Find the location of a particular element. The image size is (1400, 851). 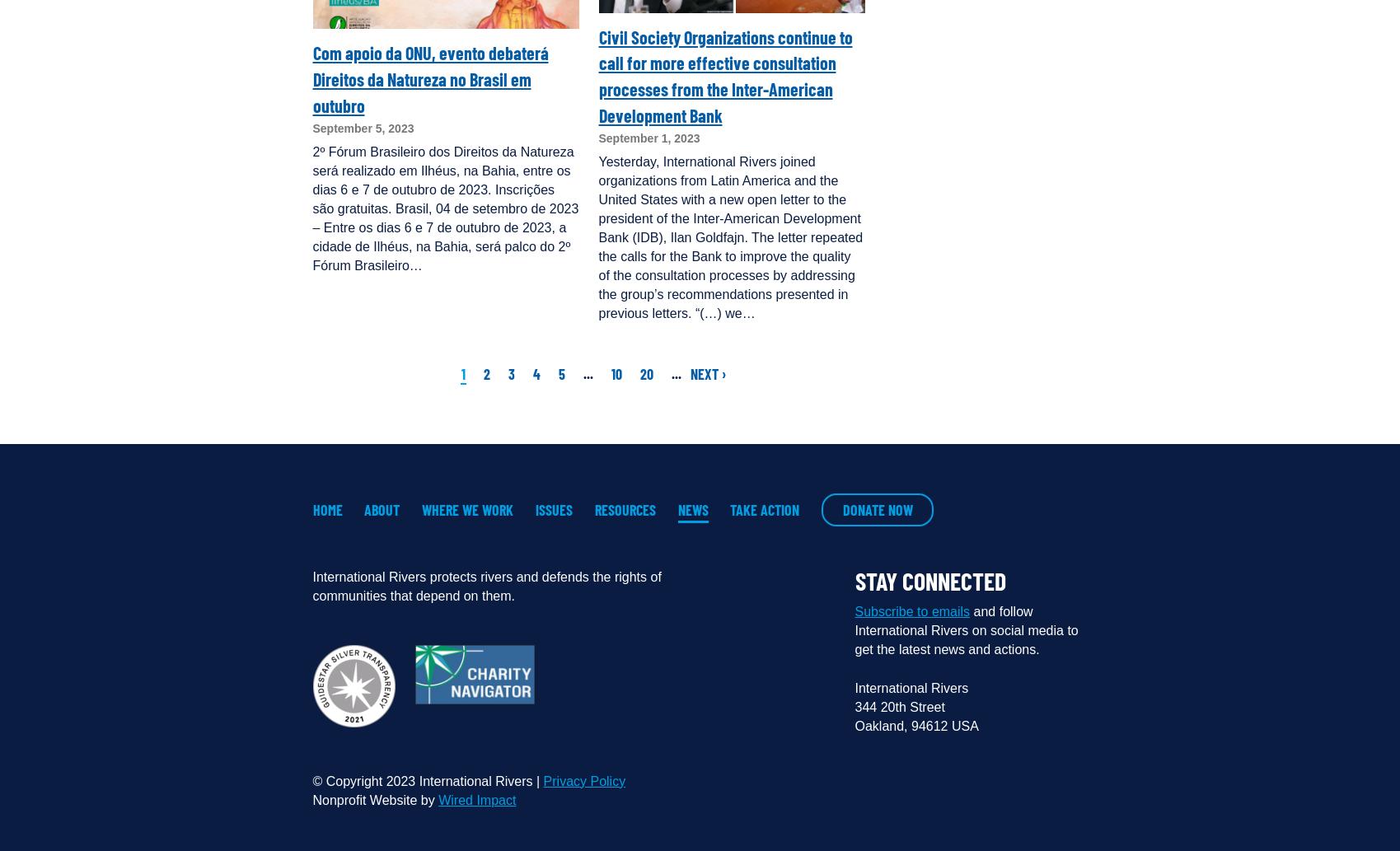

'September 1, 2023' is located at coordinates (648, 138).